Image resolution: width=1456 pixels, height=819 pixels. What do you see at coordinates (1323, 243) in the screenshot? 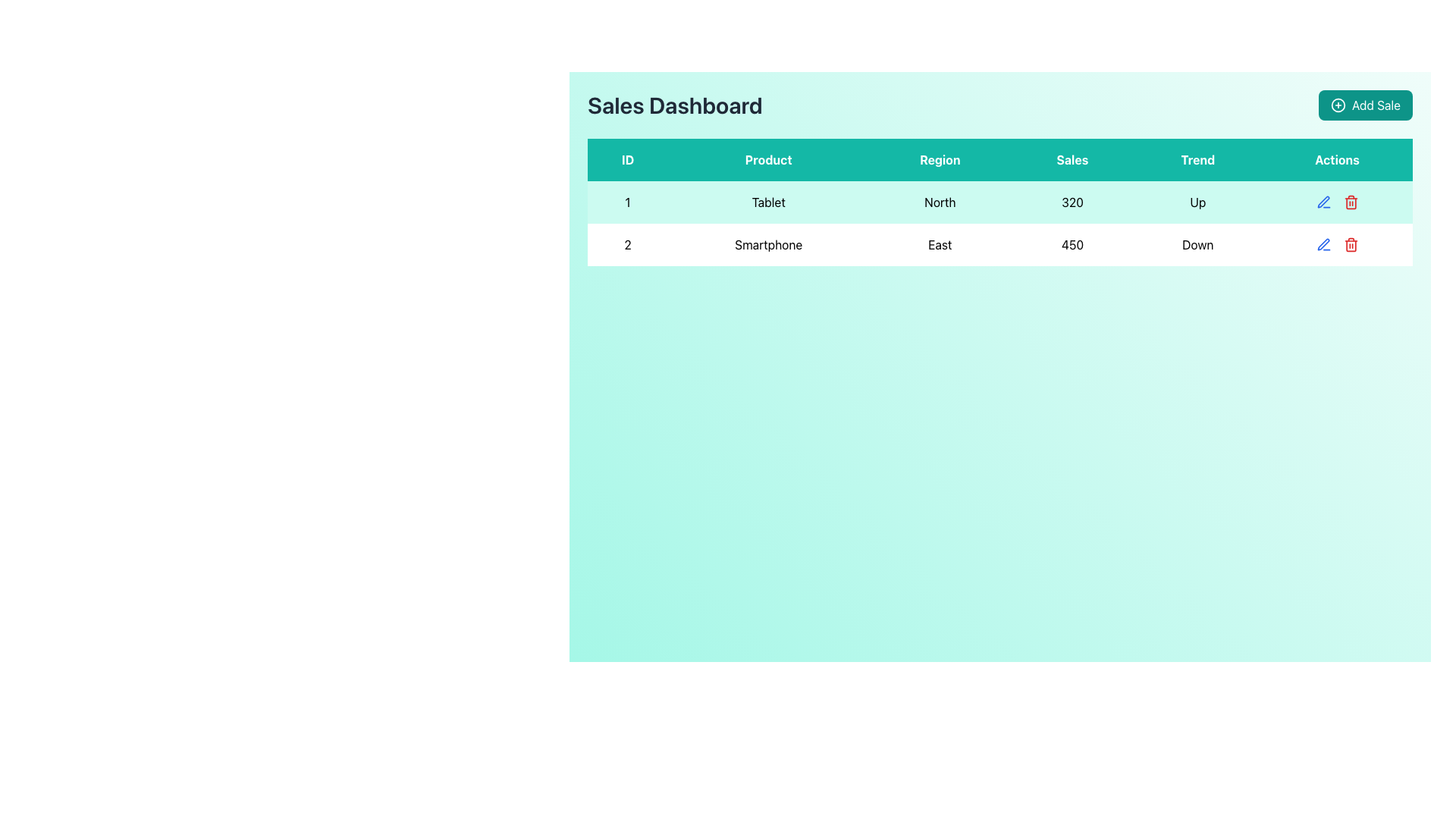
I see `the pen-like icon in the 'Actions' column of the table for the 'Smartphone' entry` at bounding box center [1323, 243].